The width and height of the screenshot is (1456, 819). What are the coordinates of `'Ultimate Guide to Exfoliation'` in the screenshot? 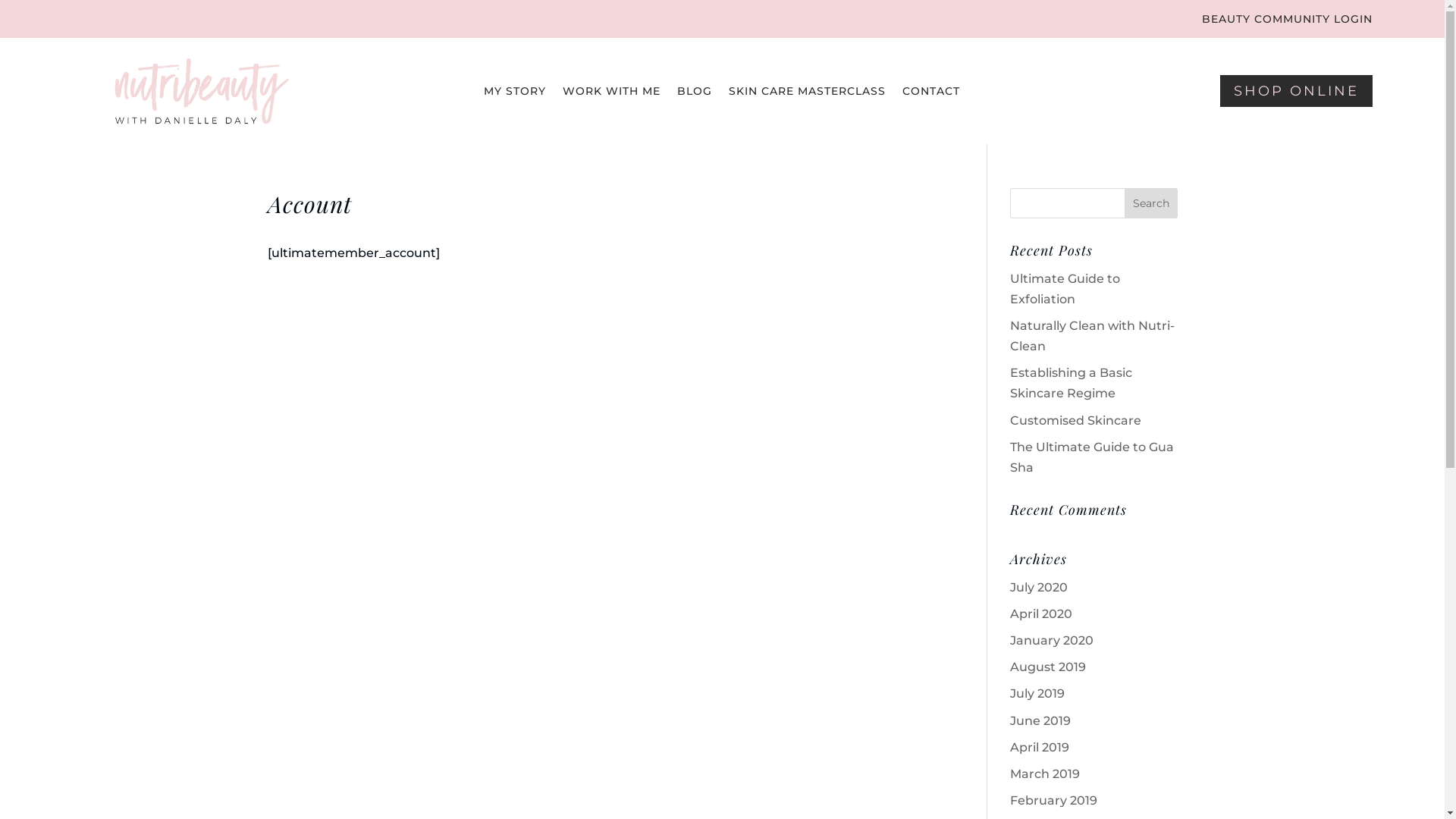 It's located at (1064, 289).